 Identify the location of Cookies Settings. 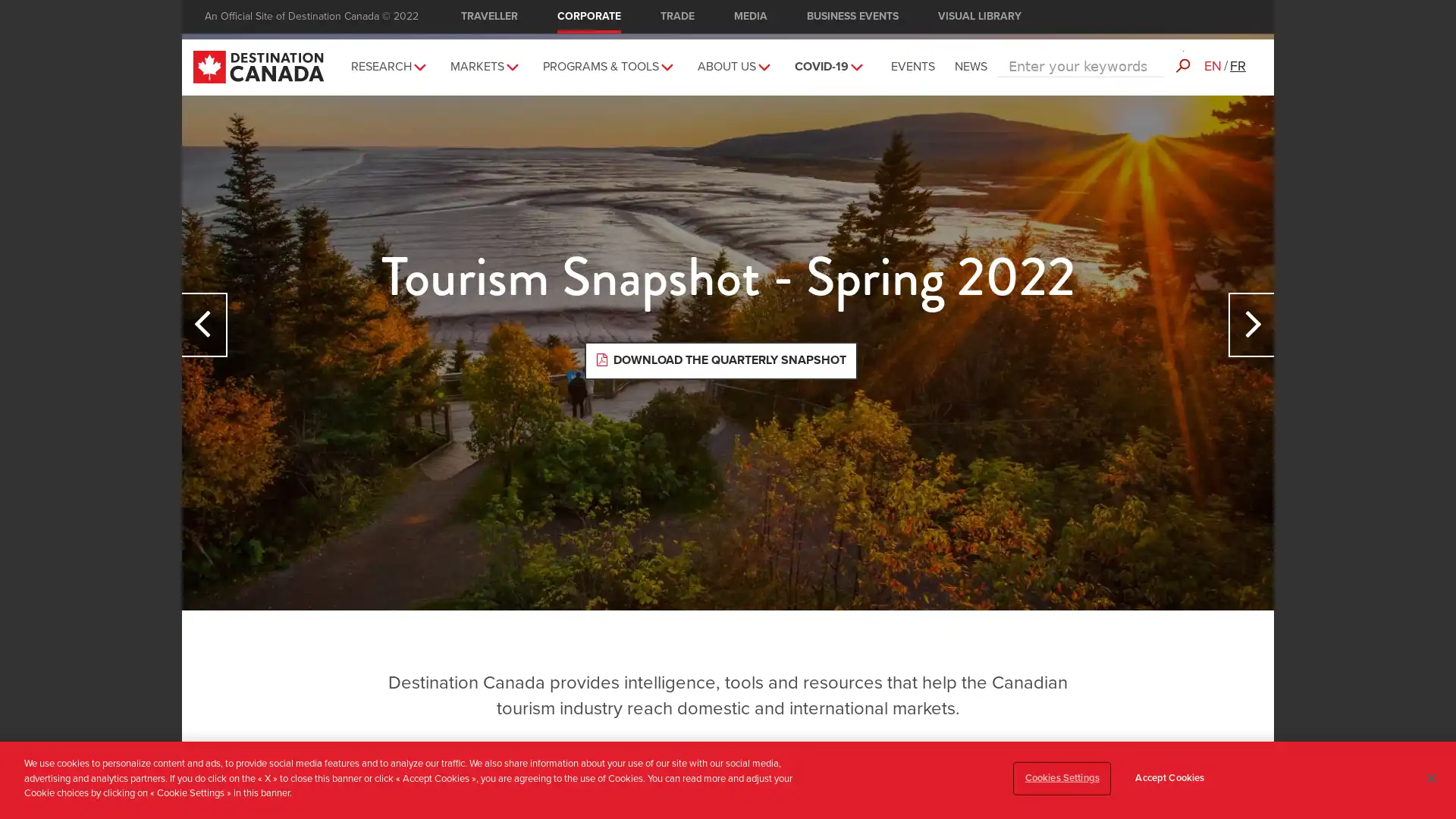
(1061, 778).